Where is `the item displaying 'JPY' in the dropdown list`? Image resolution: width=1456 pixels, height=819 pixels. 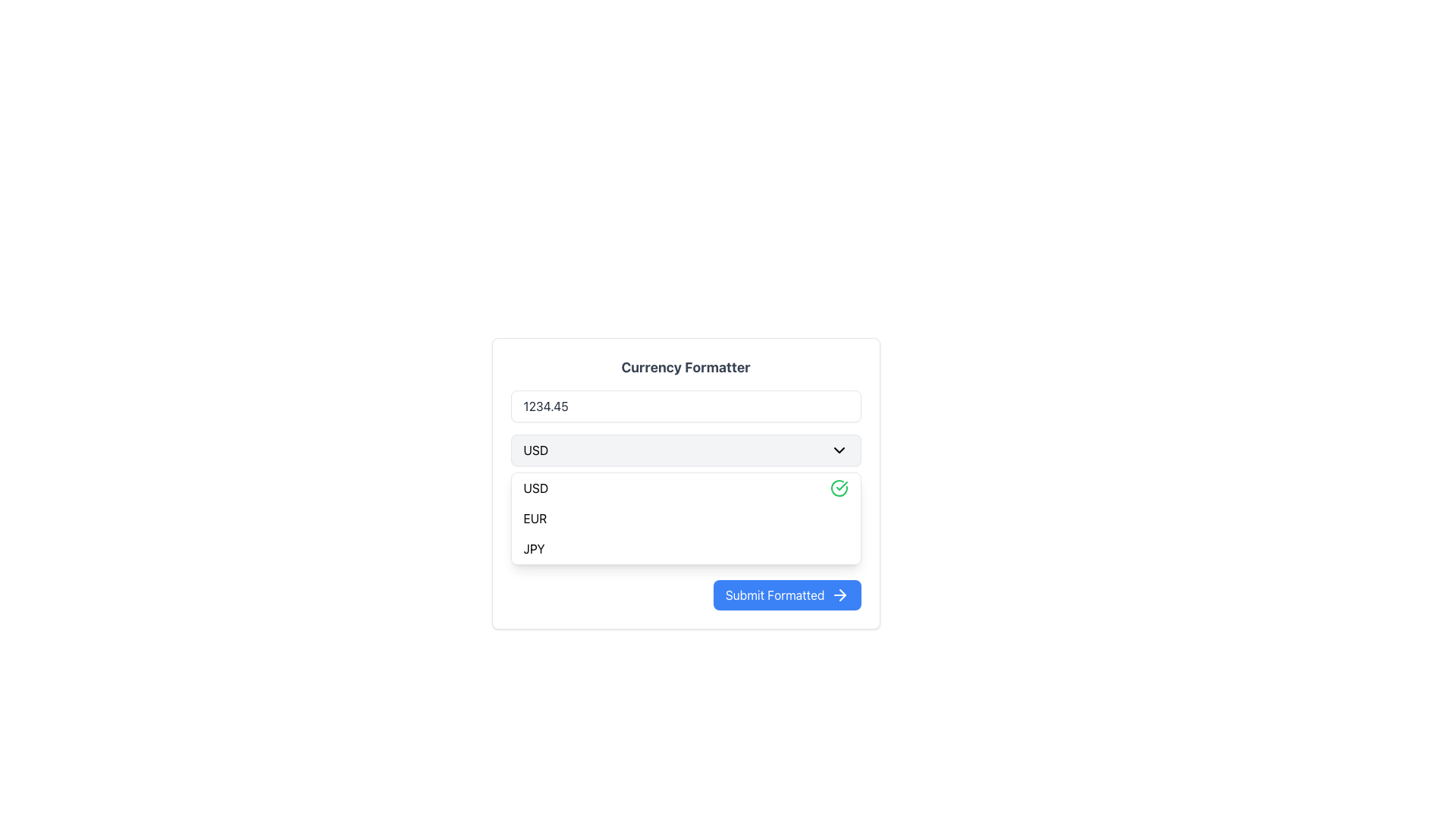
the item displaying 'JPY' in the dropdown list is located at coordinates (685, 549).